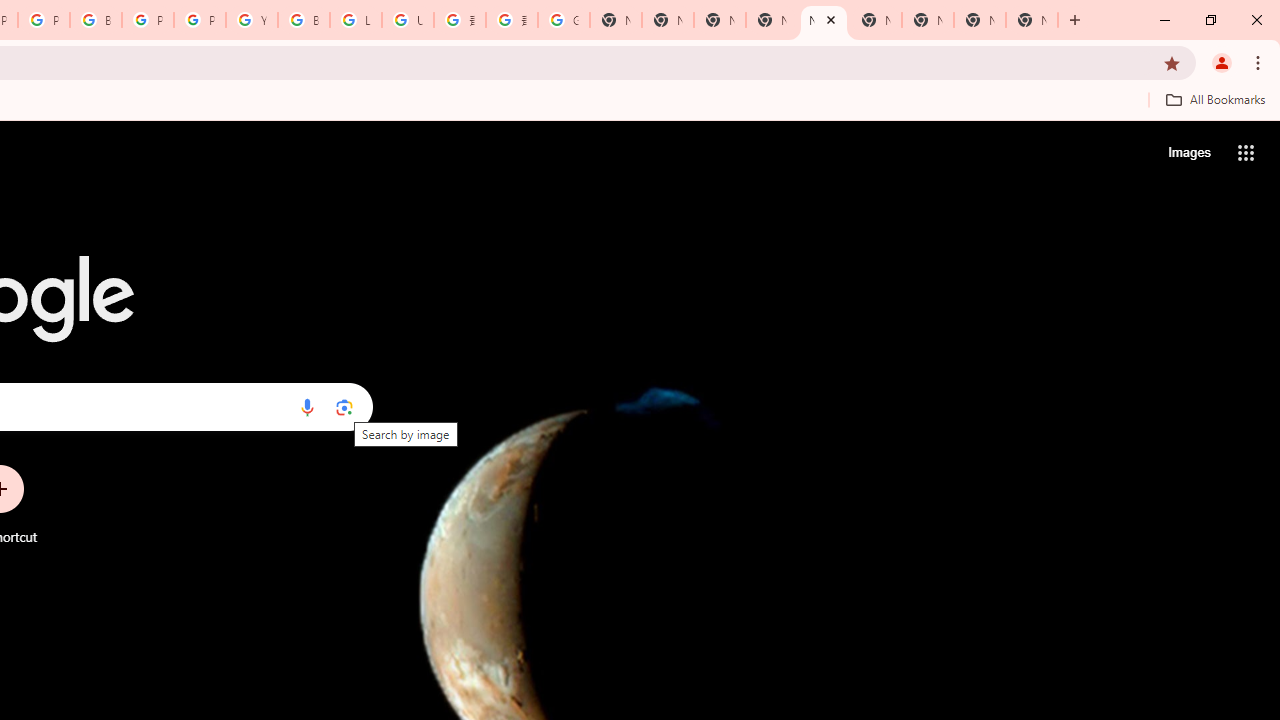  Describe the element at coordinates (562, 20) in the screenshot. I see `'Google Images'` at that location.